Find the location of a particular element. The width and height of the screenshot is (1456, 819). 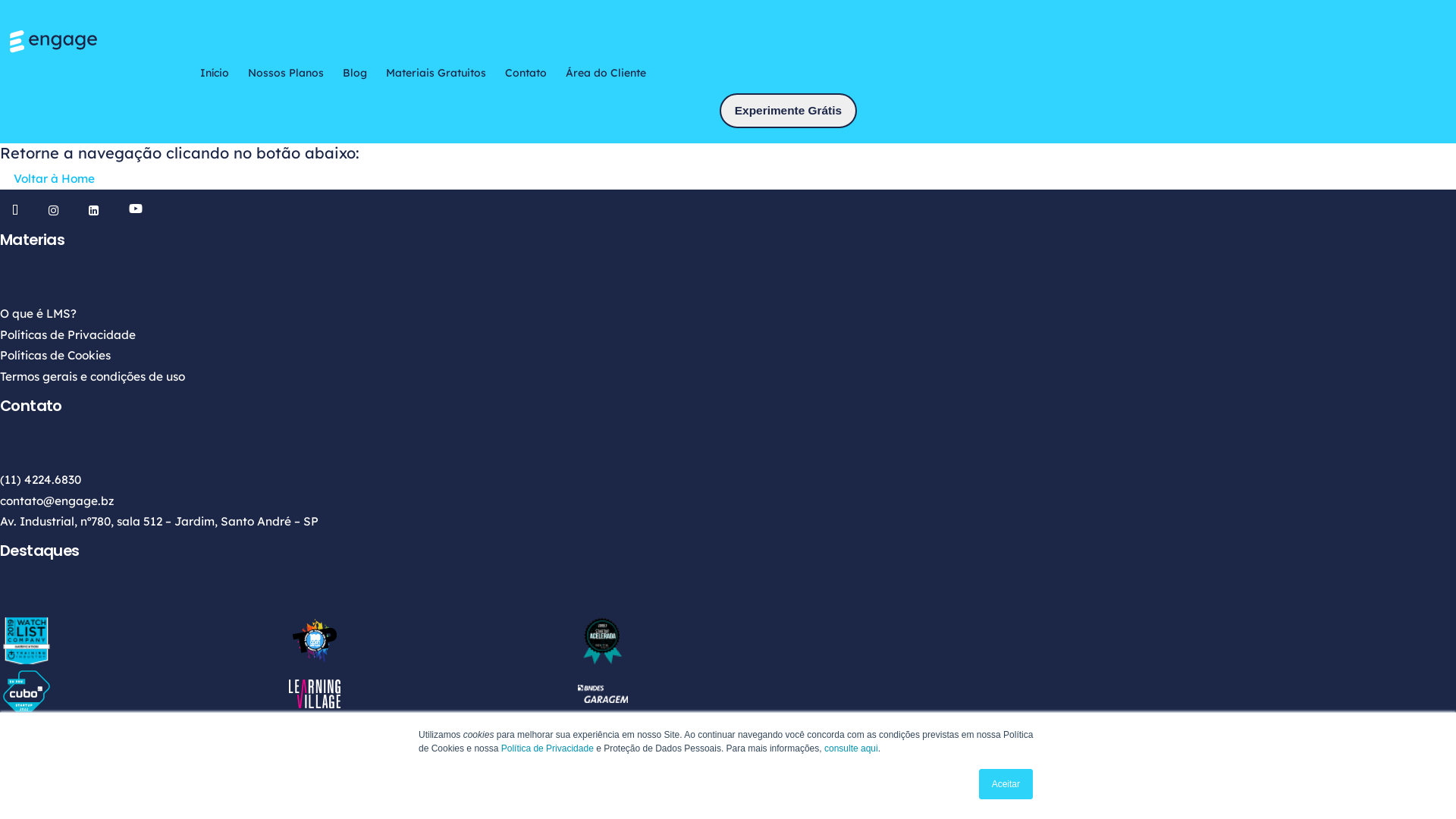

'Blog' is located at coordinates (341, 73).